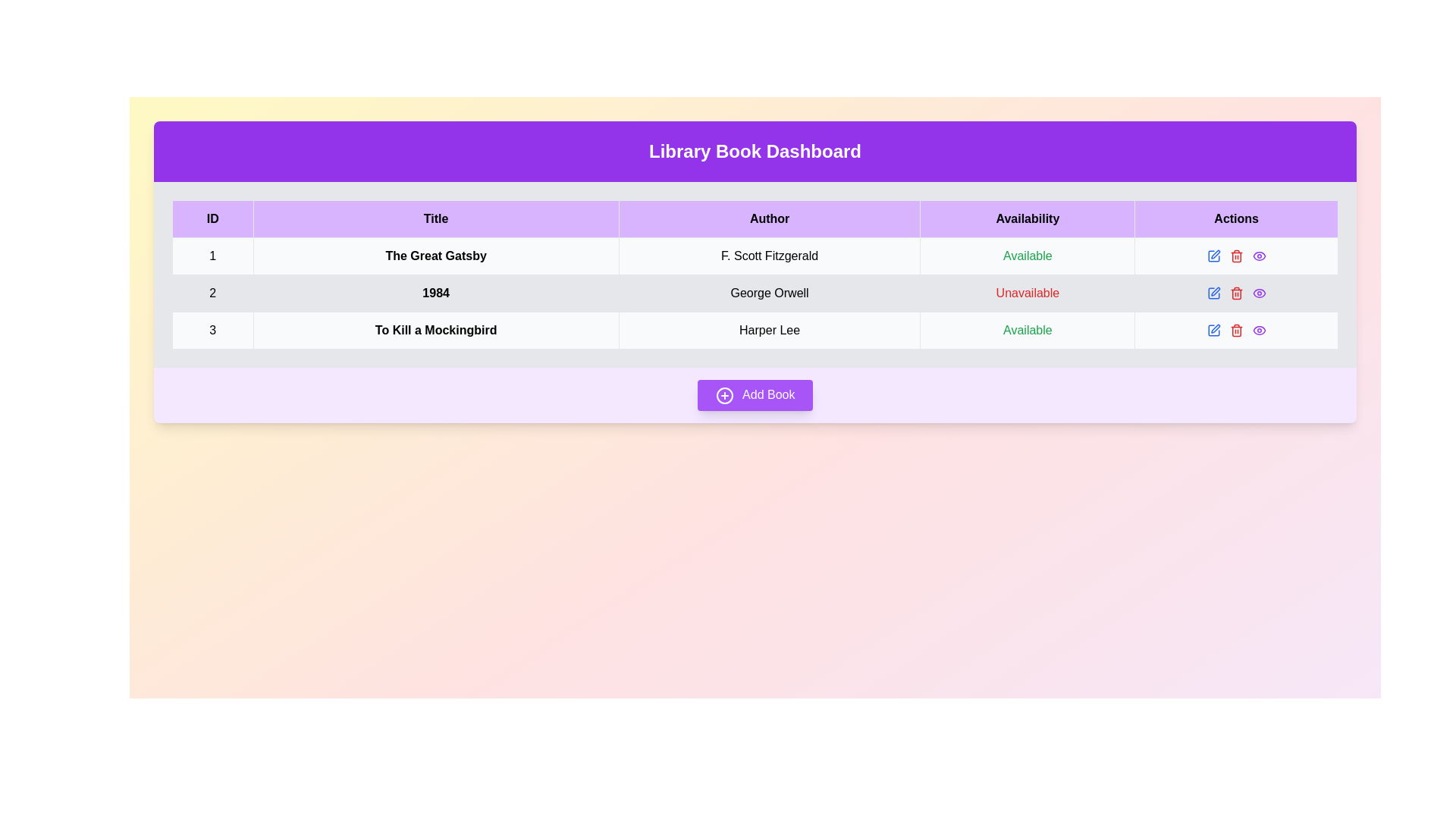  Describe the element at coordinates (1236, 256) in the screenshot. I see `the delete button for the book entry '1984' by George Orwell to initiate the delete action` at that location.